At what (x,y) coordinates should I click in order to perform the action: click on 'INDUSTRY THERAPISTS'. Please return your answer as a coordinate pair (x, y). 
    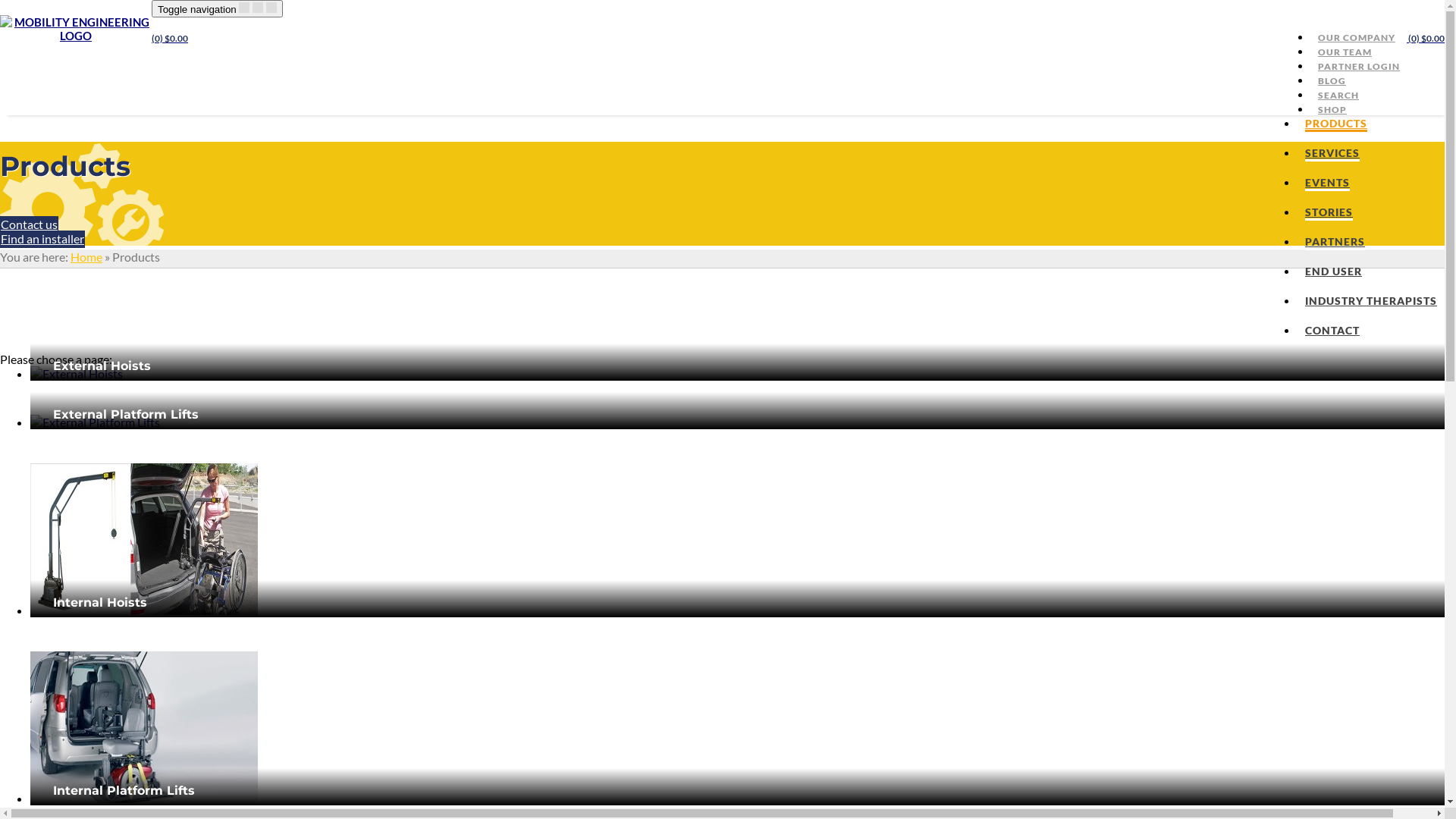
    Looking at the image, I should click on (1371, 301).